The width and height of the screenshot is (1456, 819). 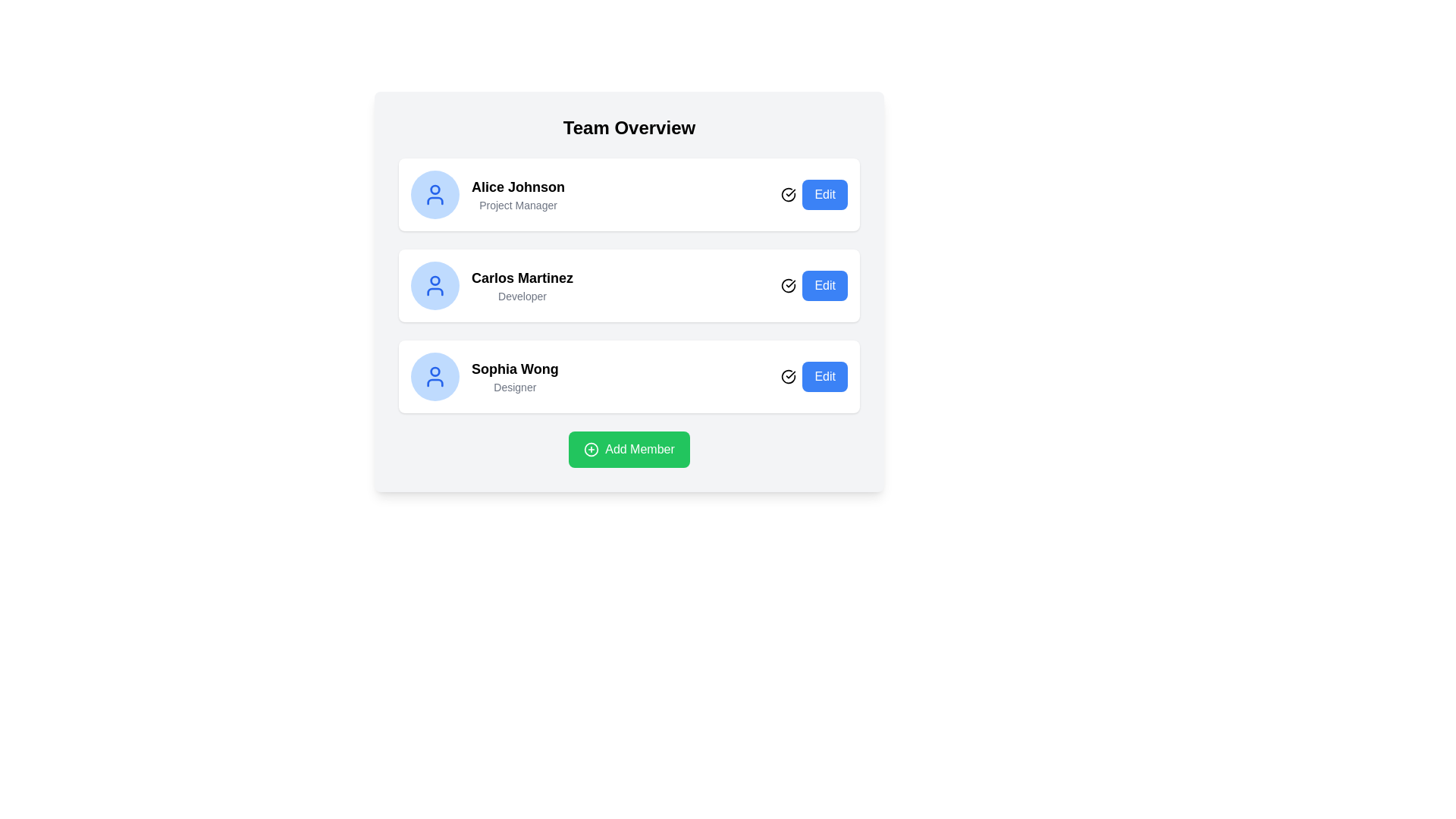 What do you see at coordinates (789, 194) in the screenshot?
I see `the circular icon with a checkmark inside, which is styled in green for active members, located to the left of the 'Edit' button` at bounding box center [789, 194].